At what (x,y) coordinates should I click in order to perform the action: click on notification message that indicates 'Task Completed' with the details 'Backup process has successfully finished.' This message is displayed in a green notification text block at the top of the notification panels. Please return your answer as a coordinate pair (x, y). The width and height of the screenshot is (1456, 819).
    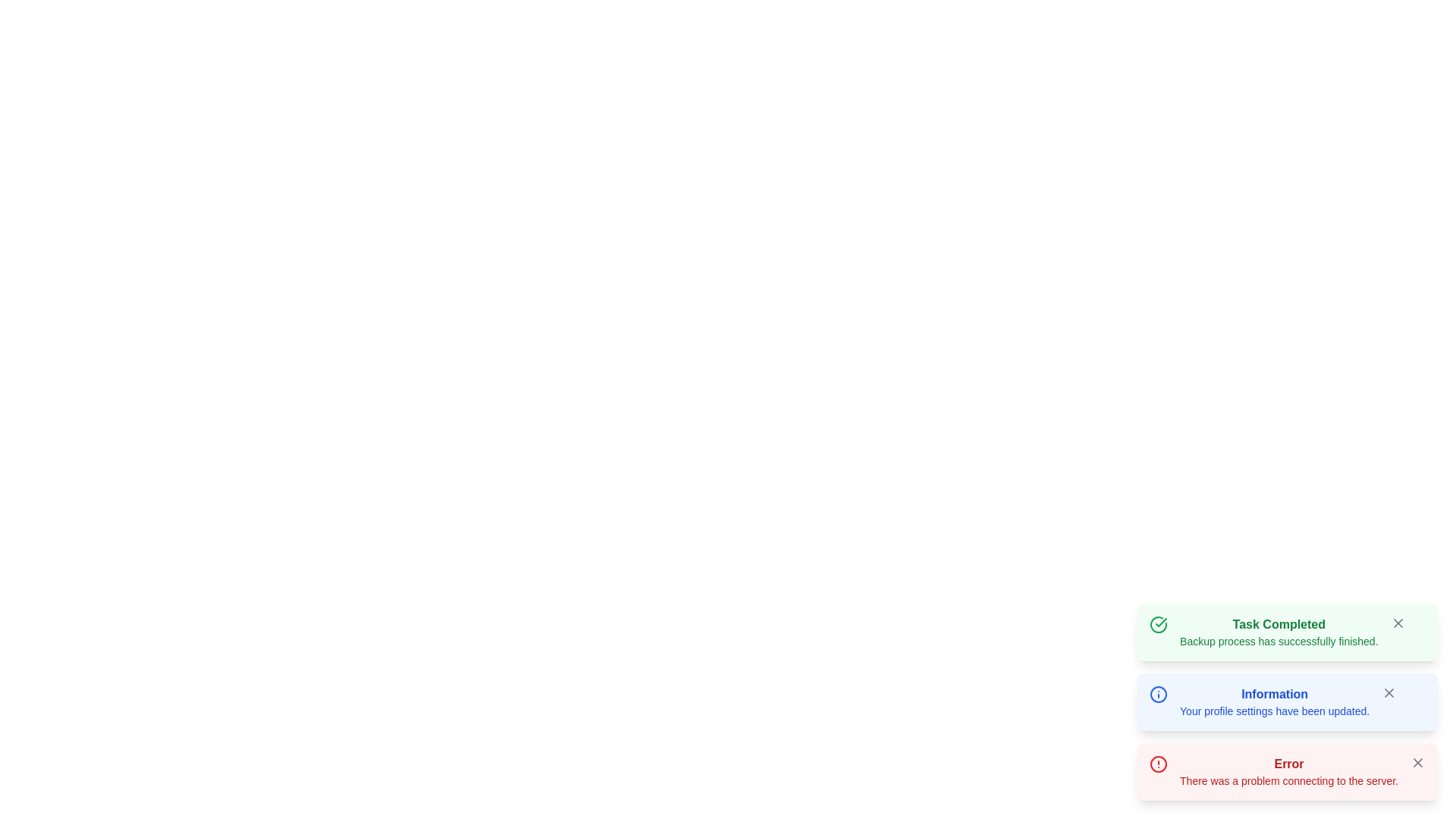
    Looking at the image, I should click on (1278, 632).